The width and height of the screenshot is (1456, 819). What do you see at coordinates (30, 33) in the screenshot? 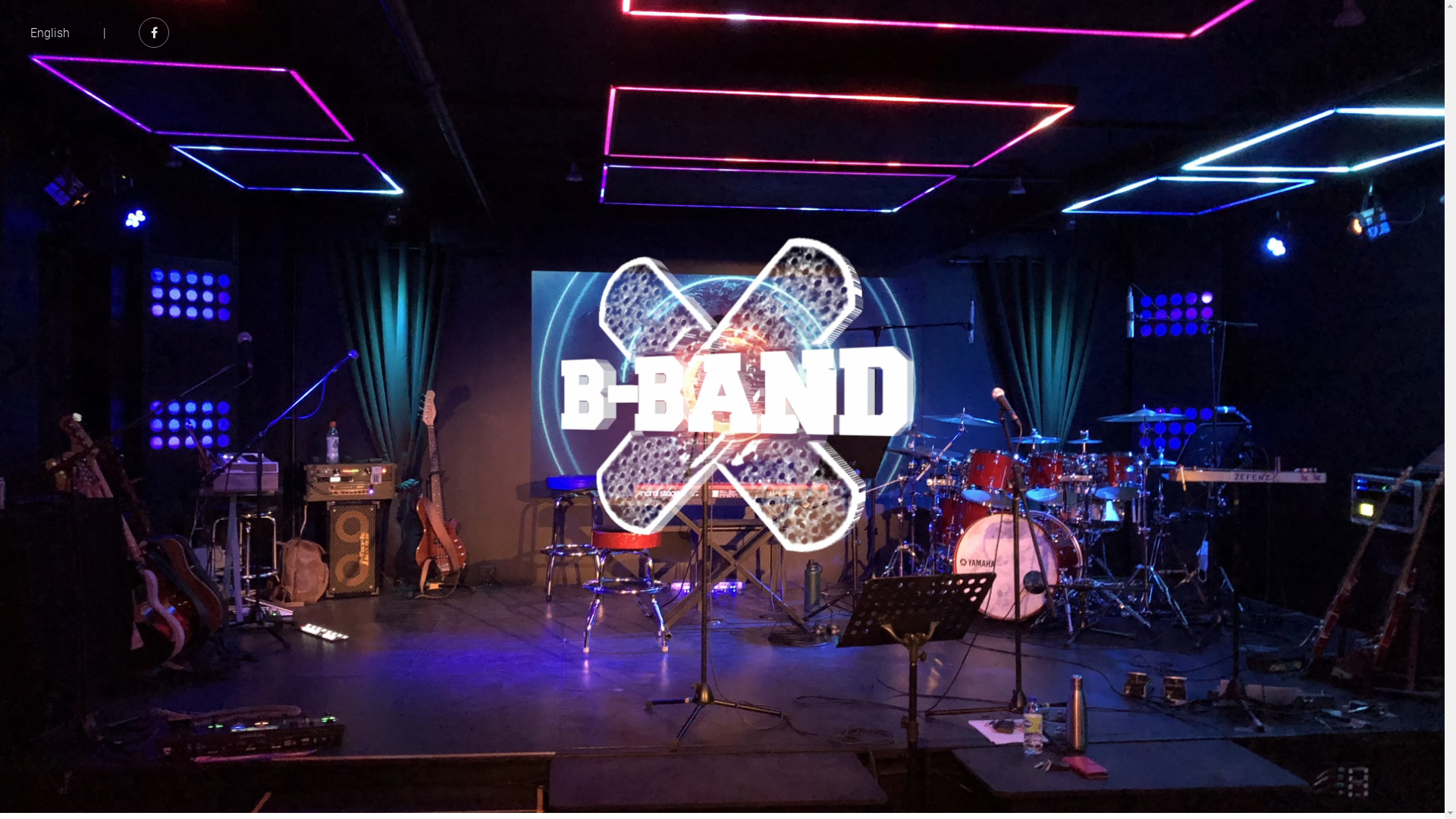
I see `'English'` at bounding box center [30, 33].